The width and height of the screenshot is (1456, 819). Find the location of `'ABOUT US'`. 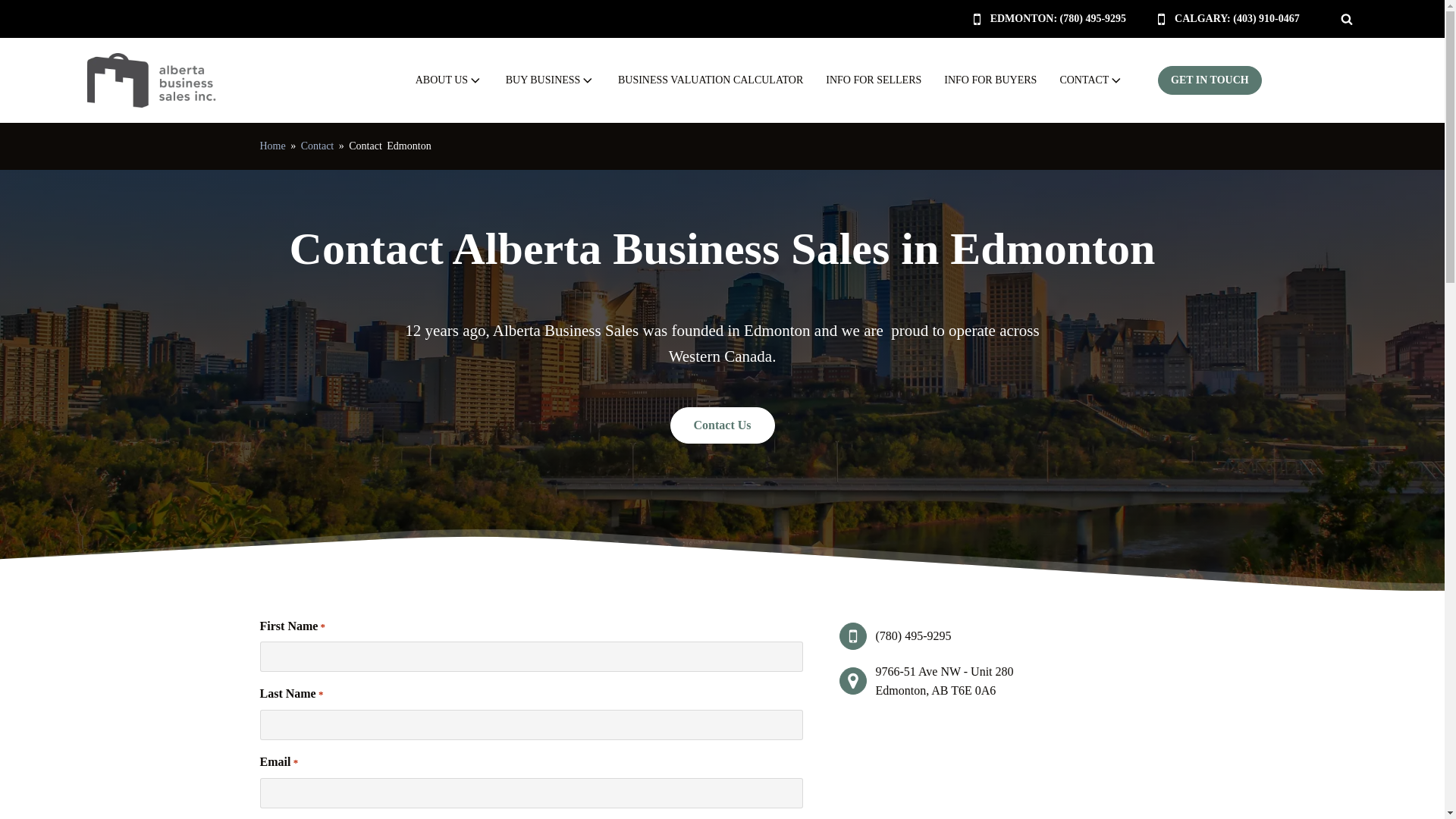

'ABOUT US' is located at coordinates (448, 80).